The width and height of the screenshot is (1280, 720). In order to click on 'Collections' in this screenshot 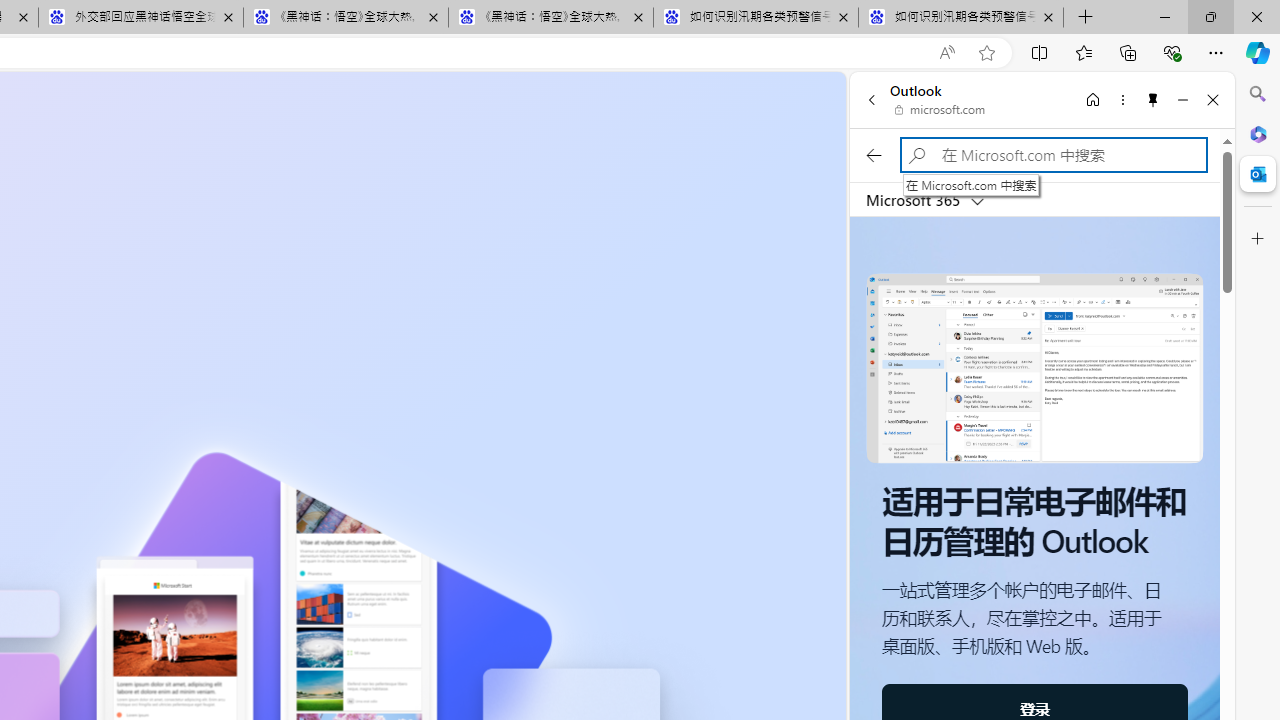, I will do `click(1128, 51)`.